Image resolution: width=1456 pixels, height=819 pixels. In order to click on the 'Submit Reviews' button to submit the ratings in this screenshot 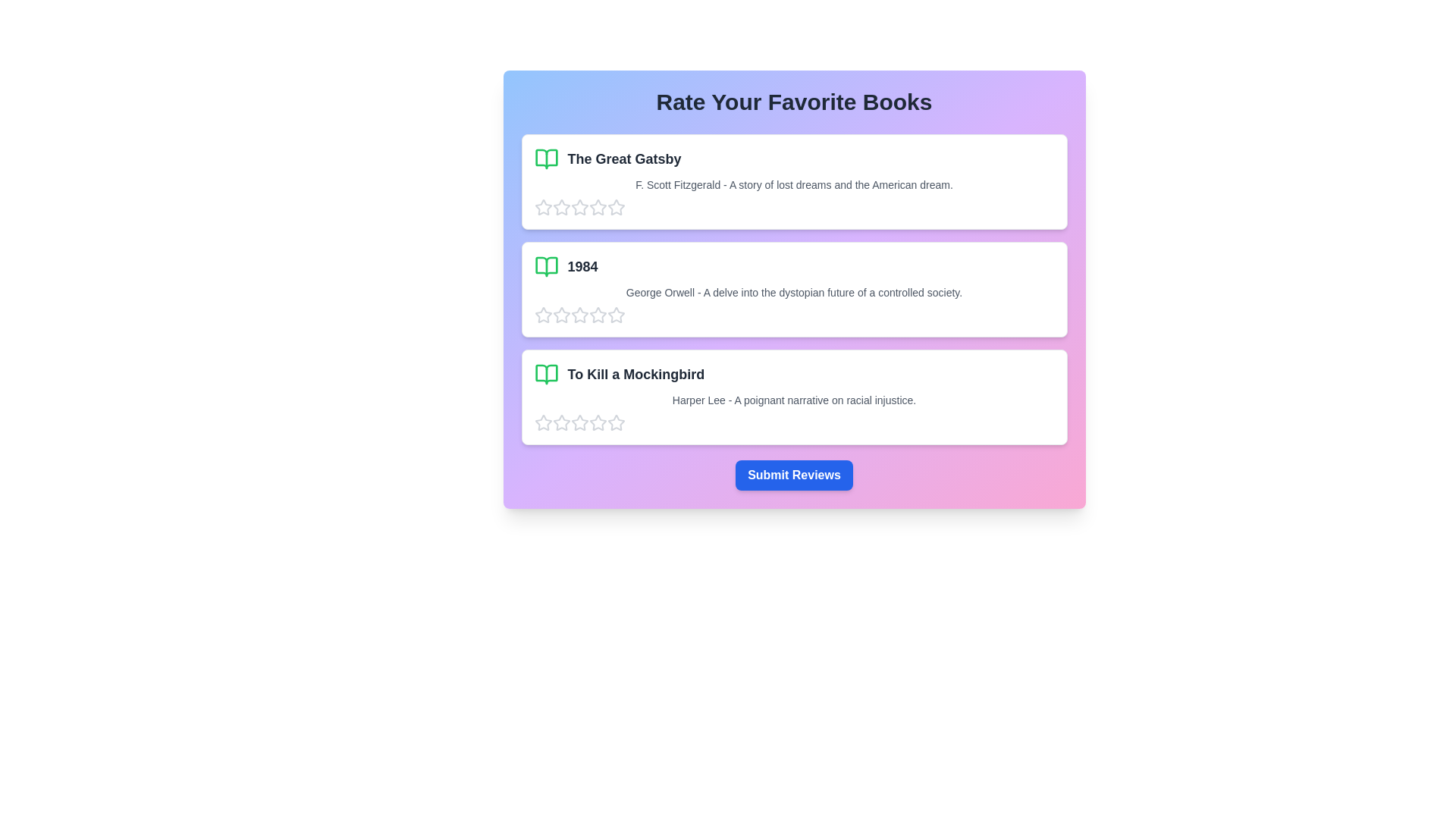, I will do `click(793, 475)`.